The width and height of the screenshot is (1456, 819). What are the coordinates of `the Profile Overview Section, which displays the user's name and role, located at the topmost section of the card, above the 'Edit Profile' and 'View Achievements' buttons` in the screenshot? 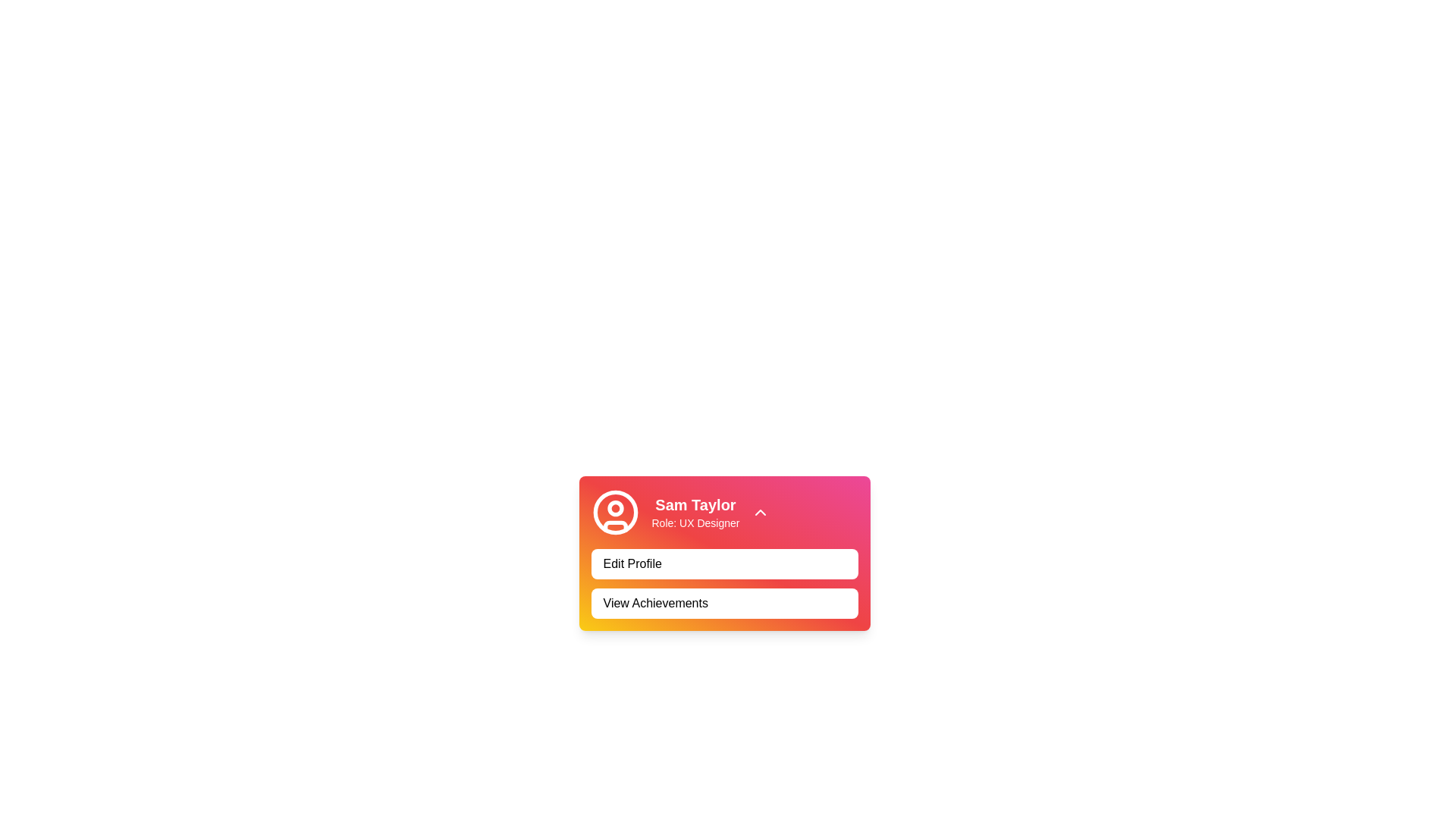 It's located at (723, 512).